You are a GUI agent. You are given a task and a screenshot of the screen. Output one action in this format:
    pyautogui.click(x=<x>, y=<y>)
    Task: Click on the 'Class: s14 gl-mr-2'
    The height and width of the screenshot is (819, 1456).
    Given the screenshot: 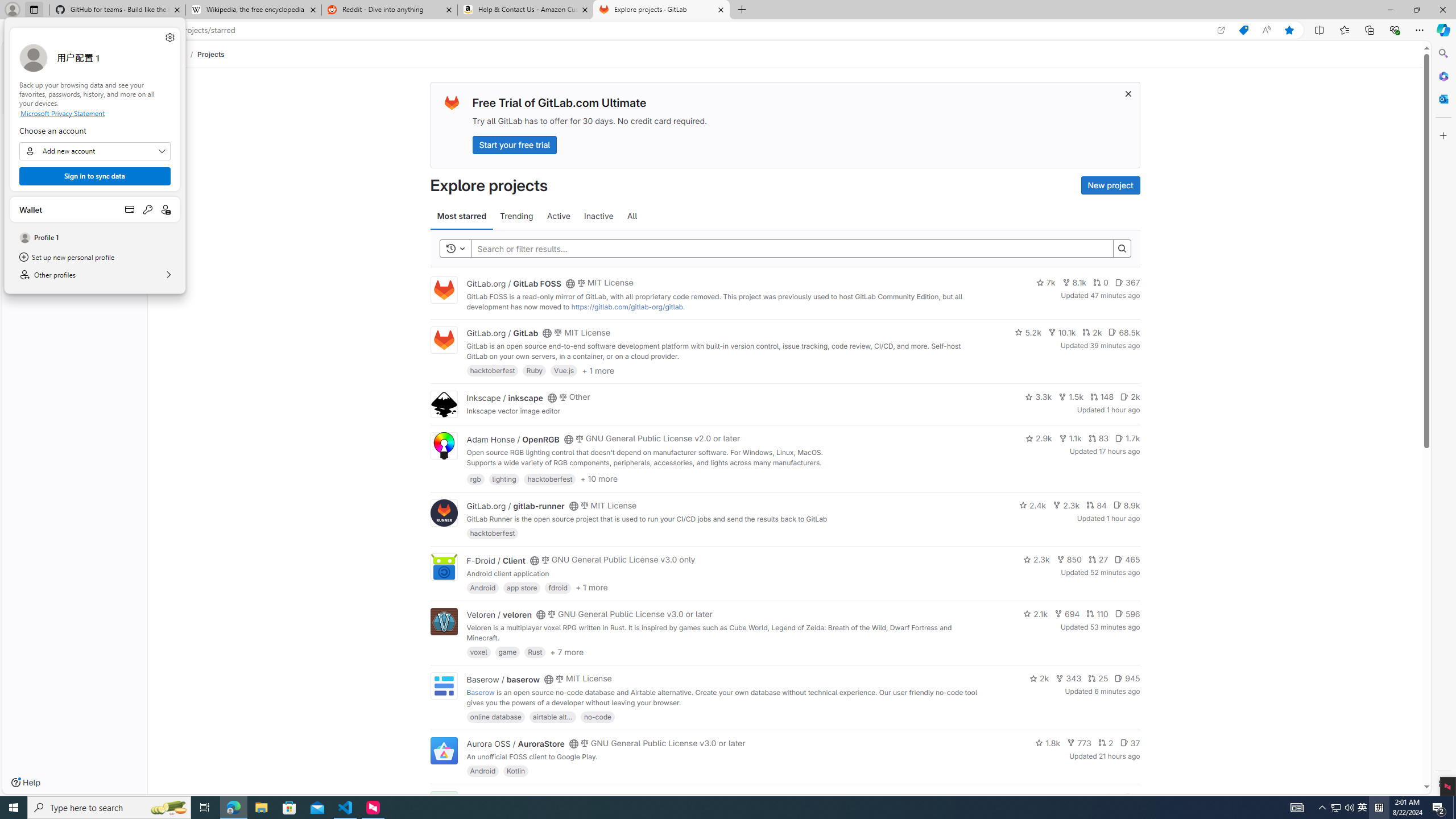 What is the action you would take?
    pyautogui.click(x=1128, y=797)
    